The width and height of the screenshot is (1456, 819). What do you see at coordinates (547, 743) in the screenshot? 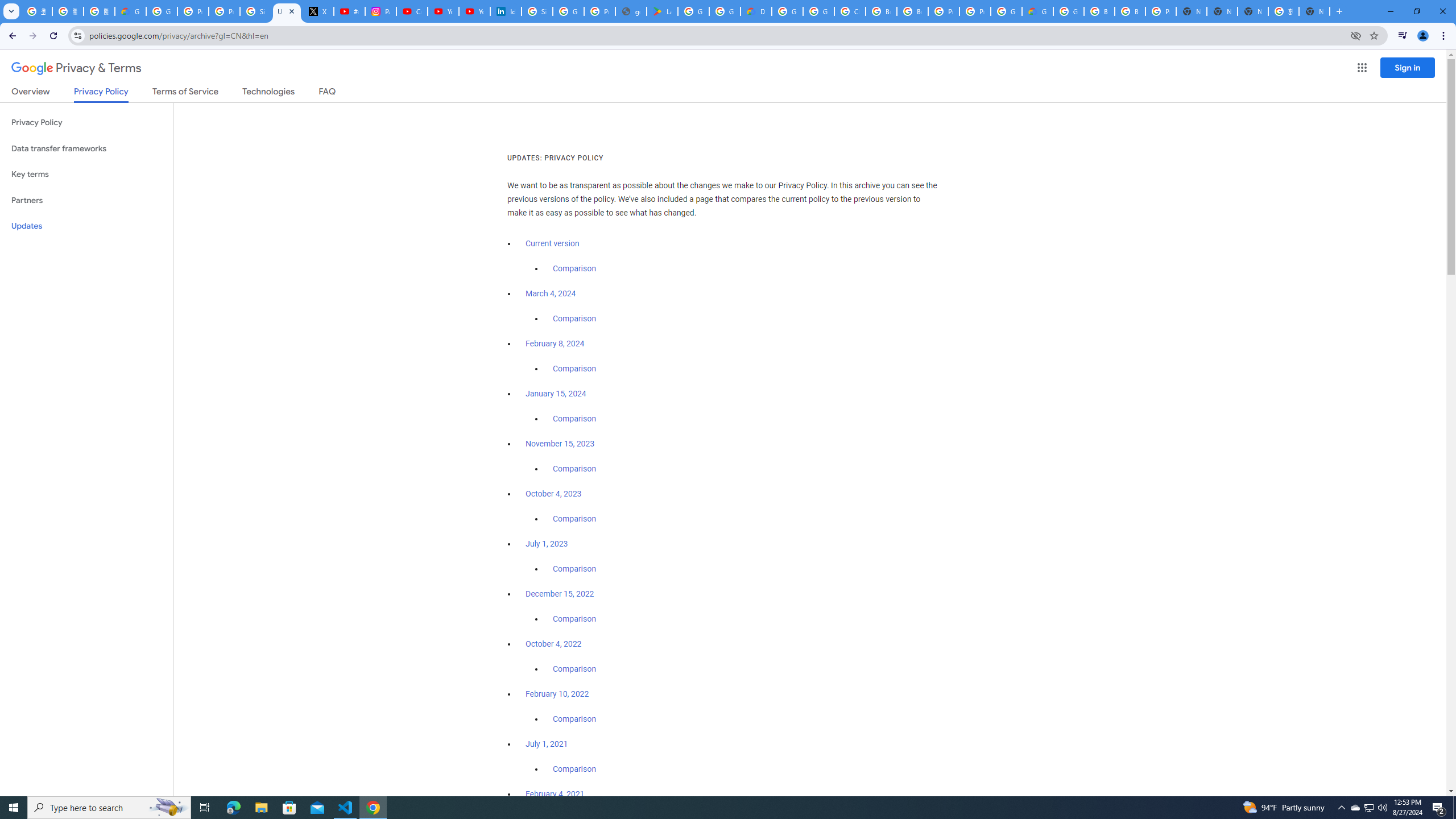
I see `'July 1, 2021'` at bounding box center [547, 743].